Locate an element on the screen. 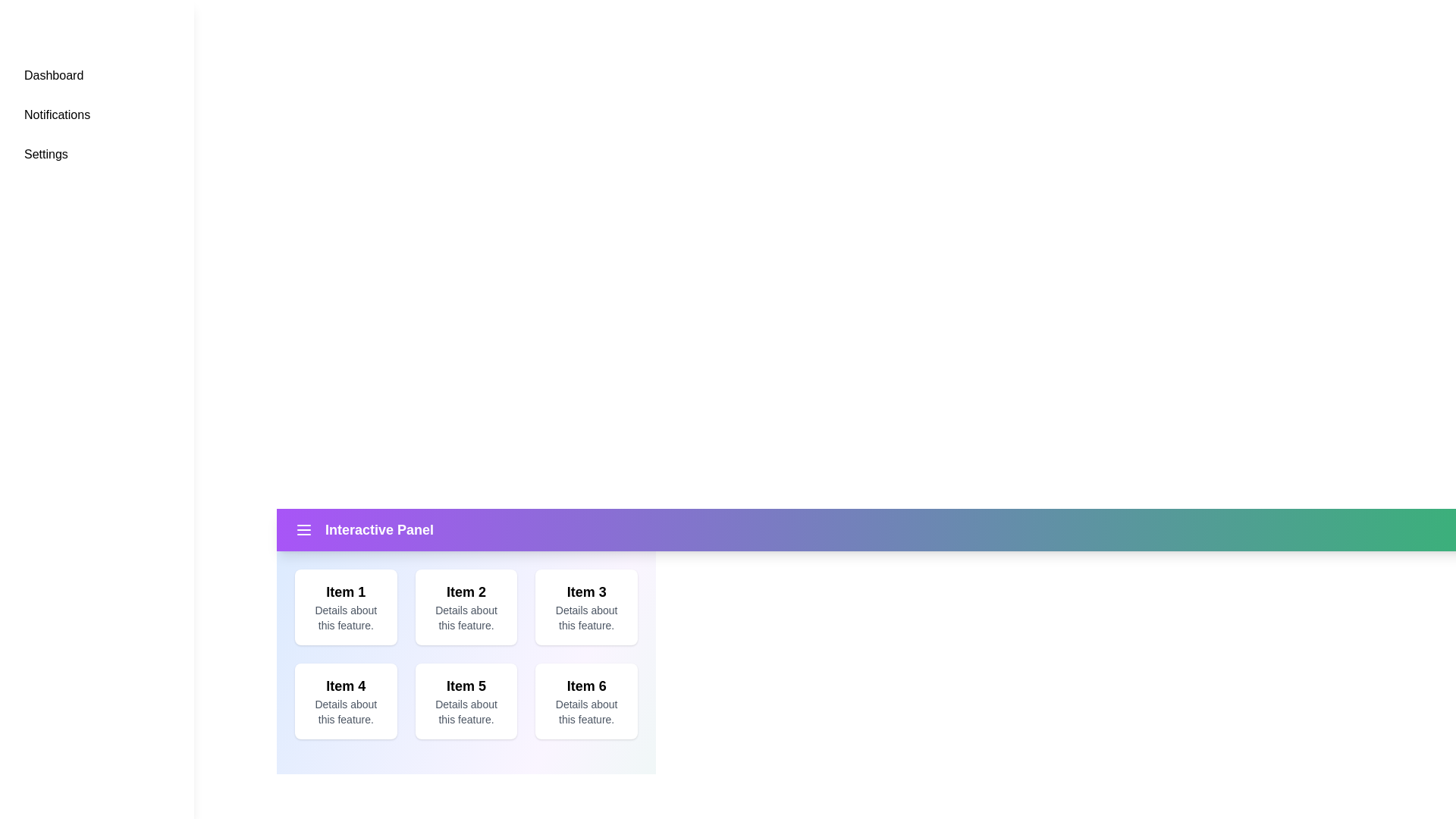  the text label that serves as a title for the card or feature, positioned in the second position of a grid-like structure, above the text 'Details about this feature' is located at coordinates (465, 591).